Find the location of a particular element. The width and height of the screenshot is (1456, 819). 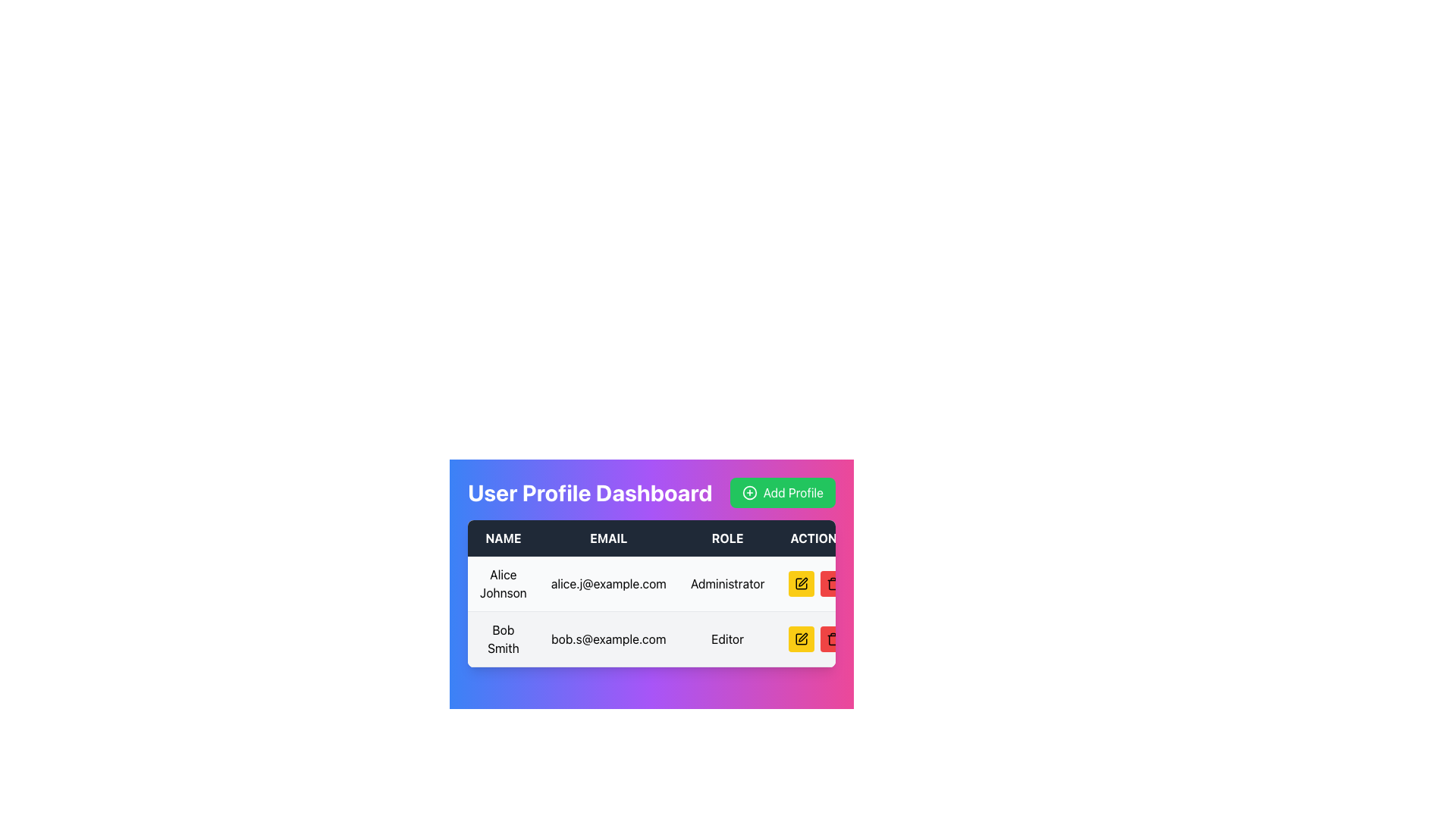

the header titled 'User Profile Dashboard' is located at coordinates (651, 493).